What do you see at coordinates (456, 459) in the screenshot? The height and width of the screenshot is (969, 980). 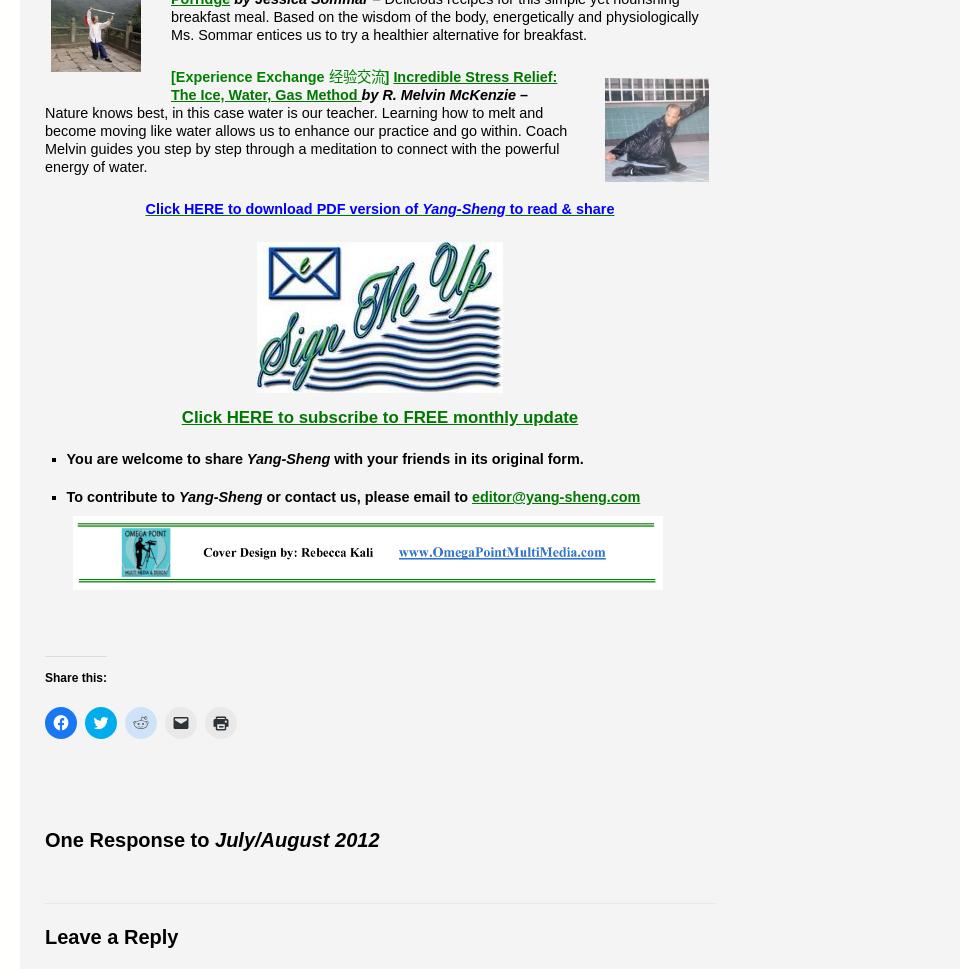 I see `'with your friends in its original form.'` at bounding box center [456, 459].